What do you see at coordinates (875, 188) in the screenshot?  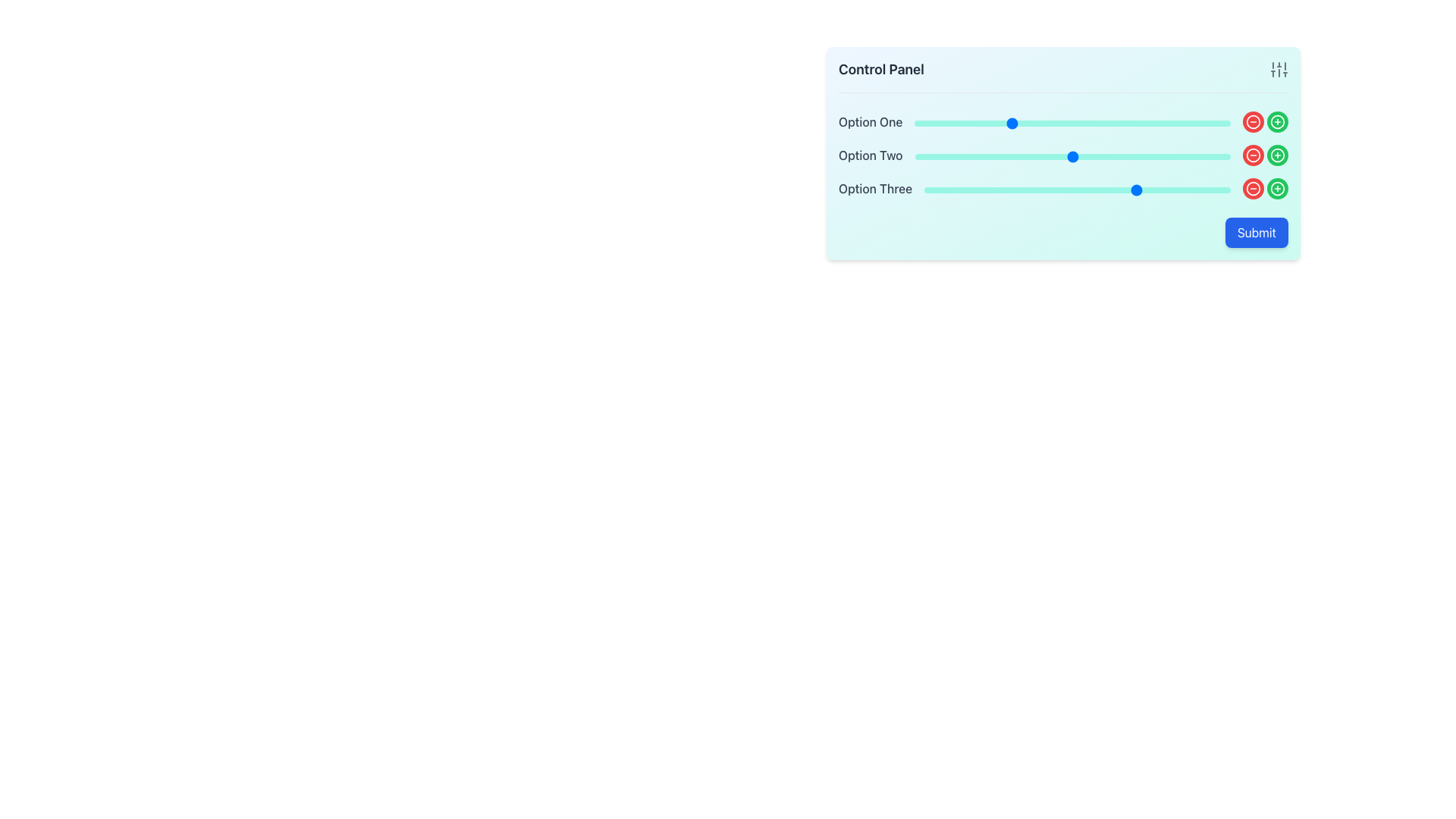 I see `the text label element reading 'Option Three', which is styled with a medium gray font and is located under 'Option Two' in a column layout` at bounding box center [875, 188].